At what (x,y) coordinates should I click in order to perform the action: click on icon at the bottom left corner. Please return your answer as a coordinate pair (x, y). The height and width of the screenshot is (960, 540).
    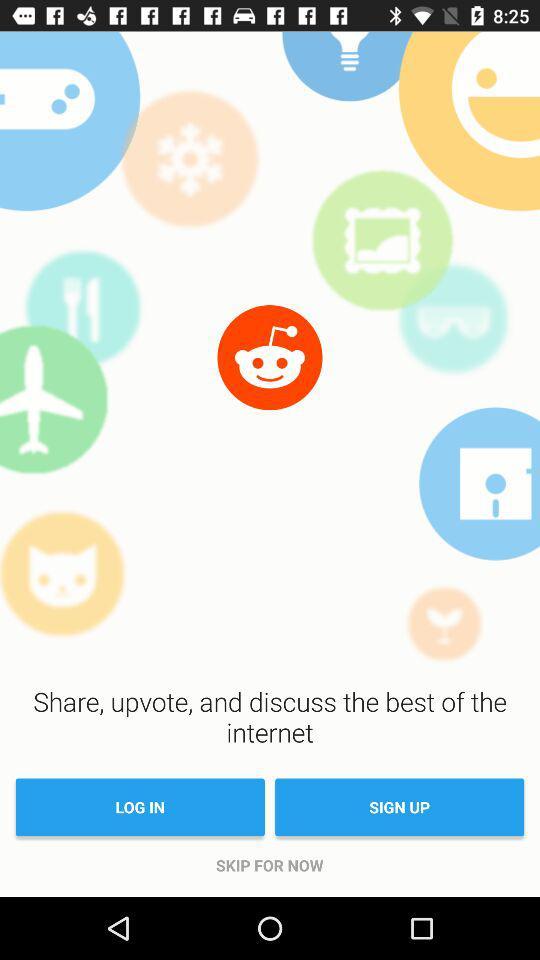
    Looking at the image, I should click on (139, 807).